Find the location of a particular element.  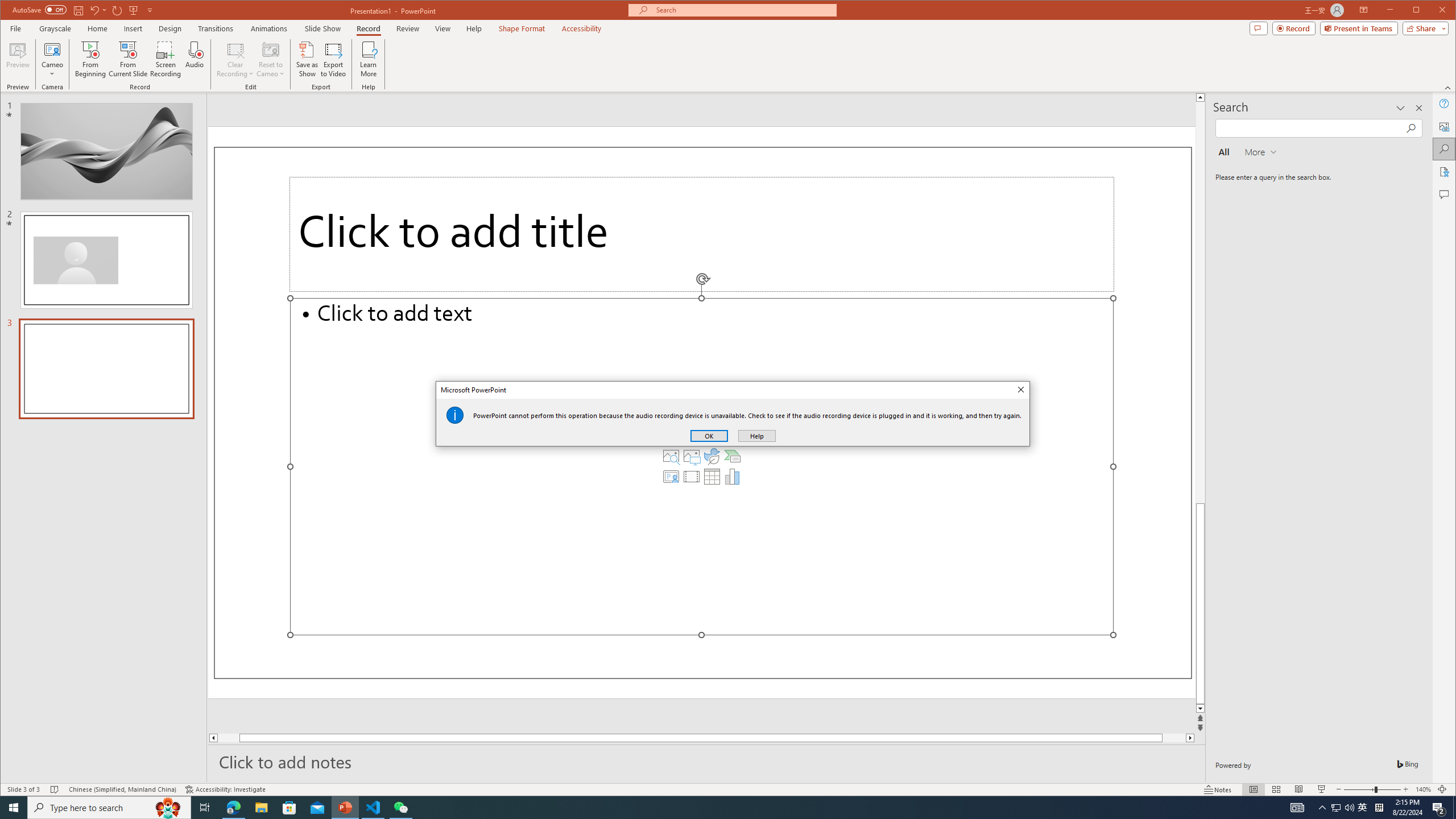

'Export to Video' is located at coordinates (334, 59).